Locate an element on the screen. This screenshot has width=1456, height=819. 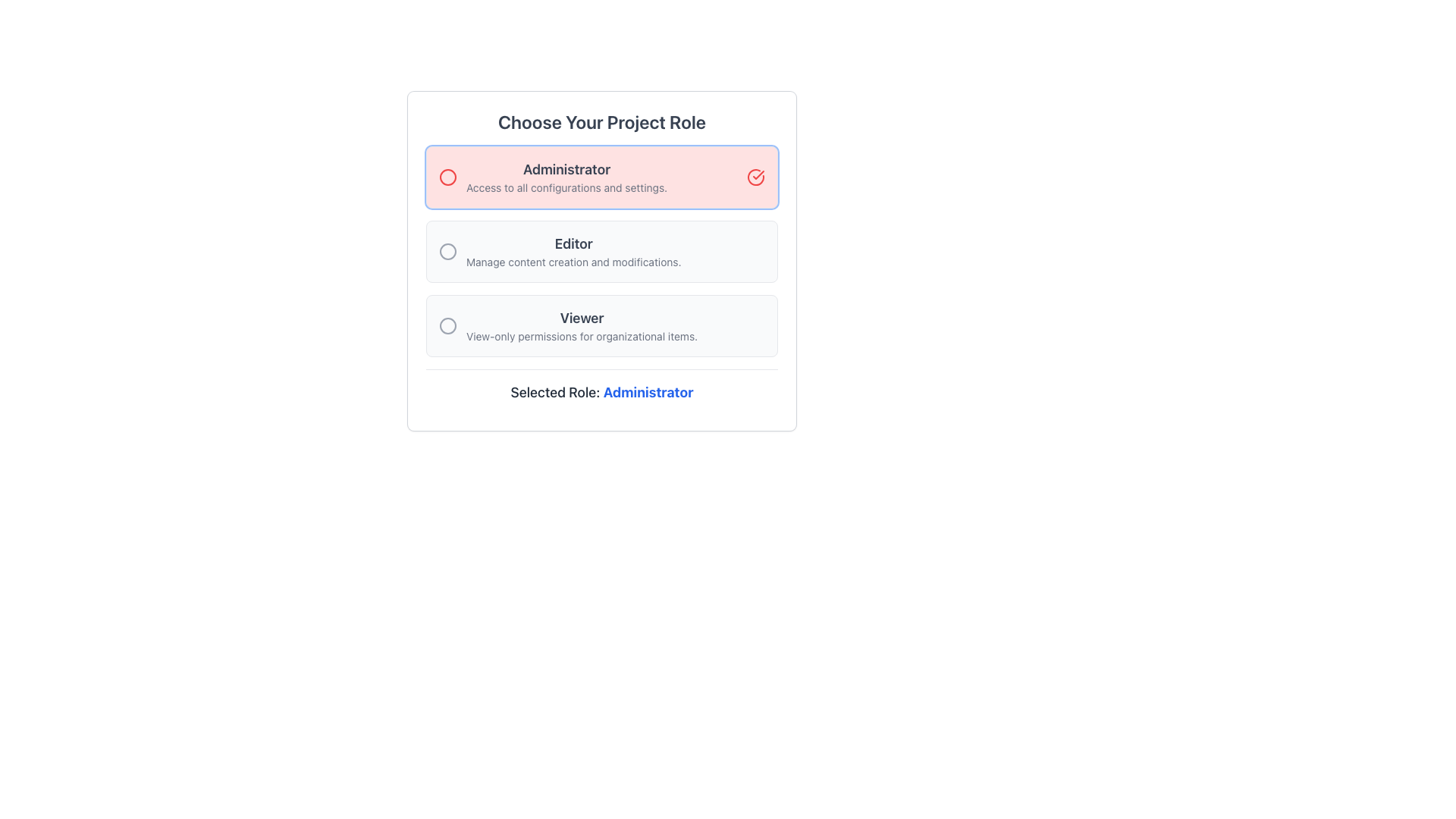
the selectable option for the 'Administrator' role, which is the first item in the vertical list of roles located above the 'Editor' and 'Viewer' options is located at coordinates (566, 177).